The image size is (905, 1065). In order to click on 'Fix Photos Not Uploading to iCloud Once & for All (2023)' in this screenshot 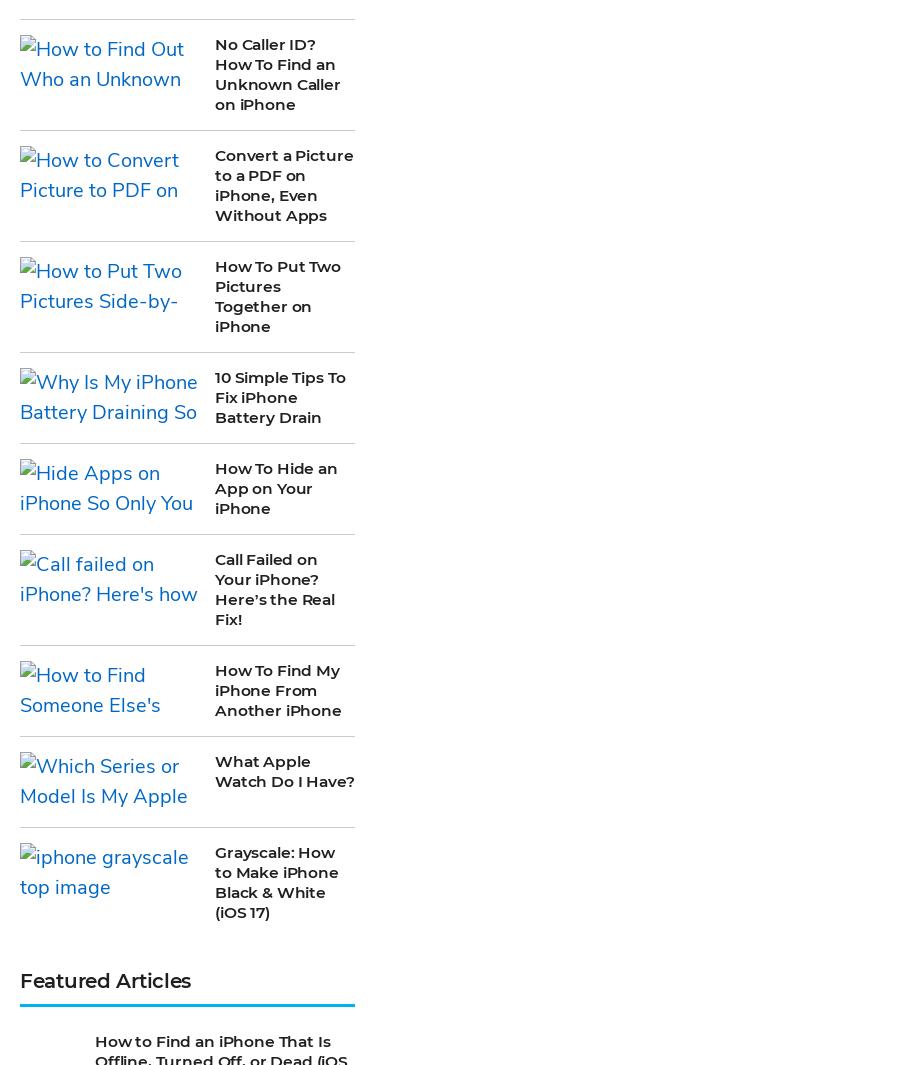, I will do `click(204, 827)`.